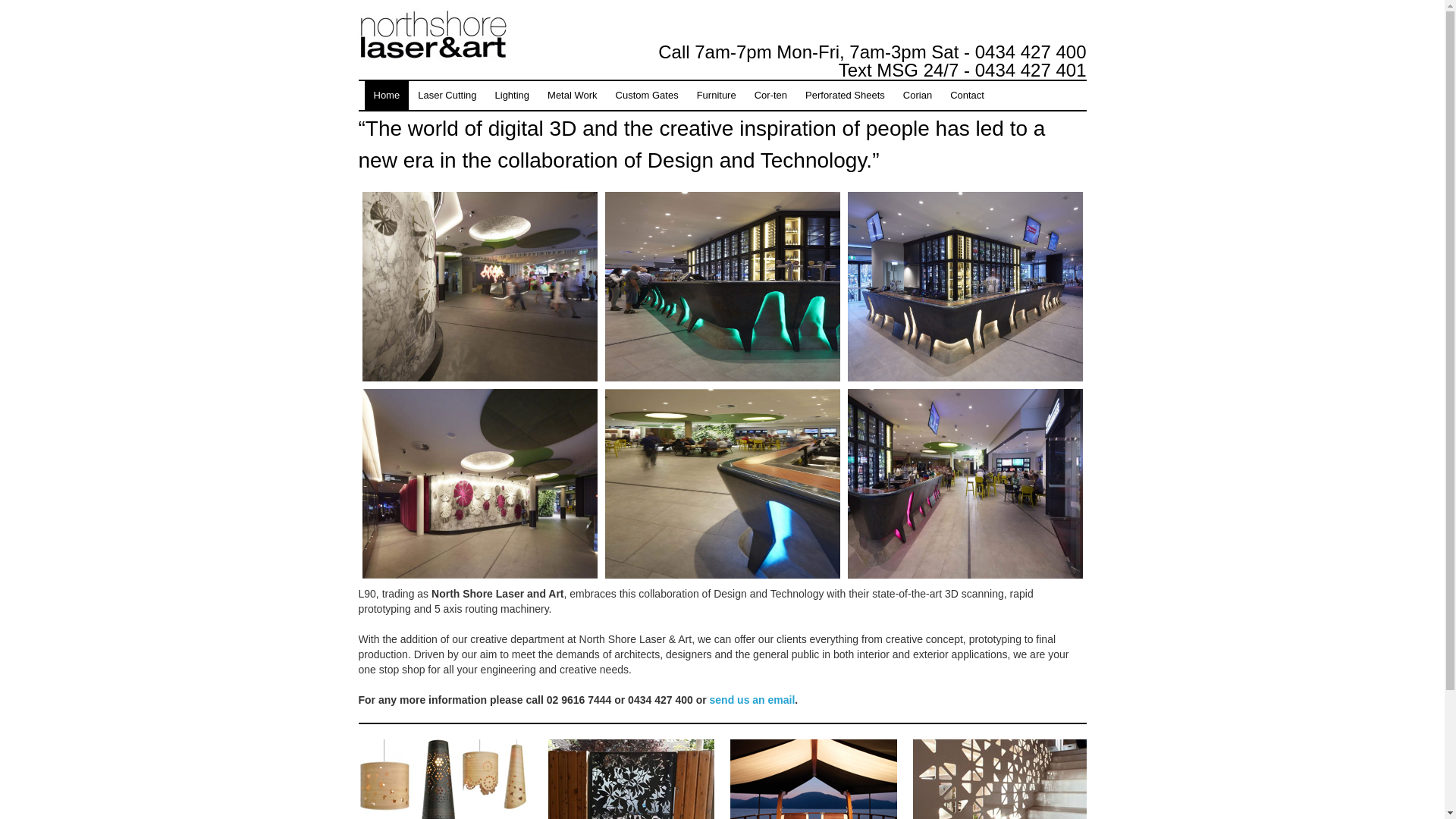  What do you see at coordinates (770, 96) in the screenshot?
I see `'Cor-ten'` at bounding box center [770, 96].